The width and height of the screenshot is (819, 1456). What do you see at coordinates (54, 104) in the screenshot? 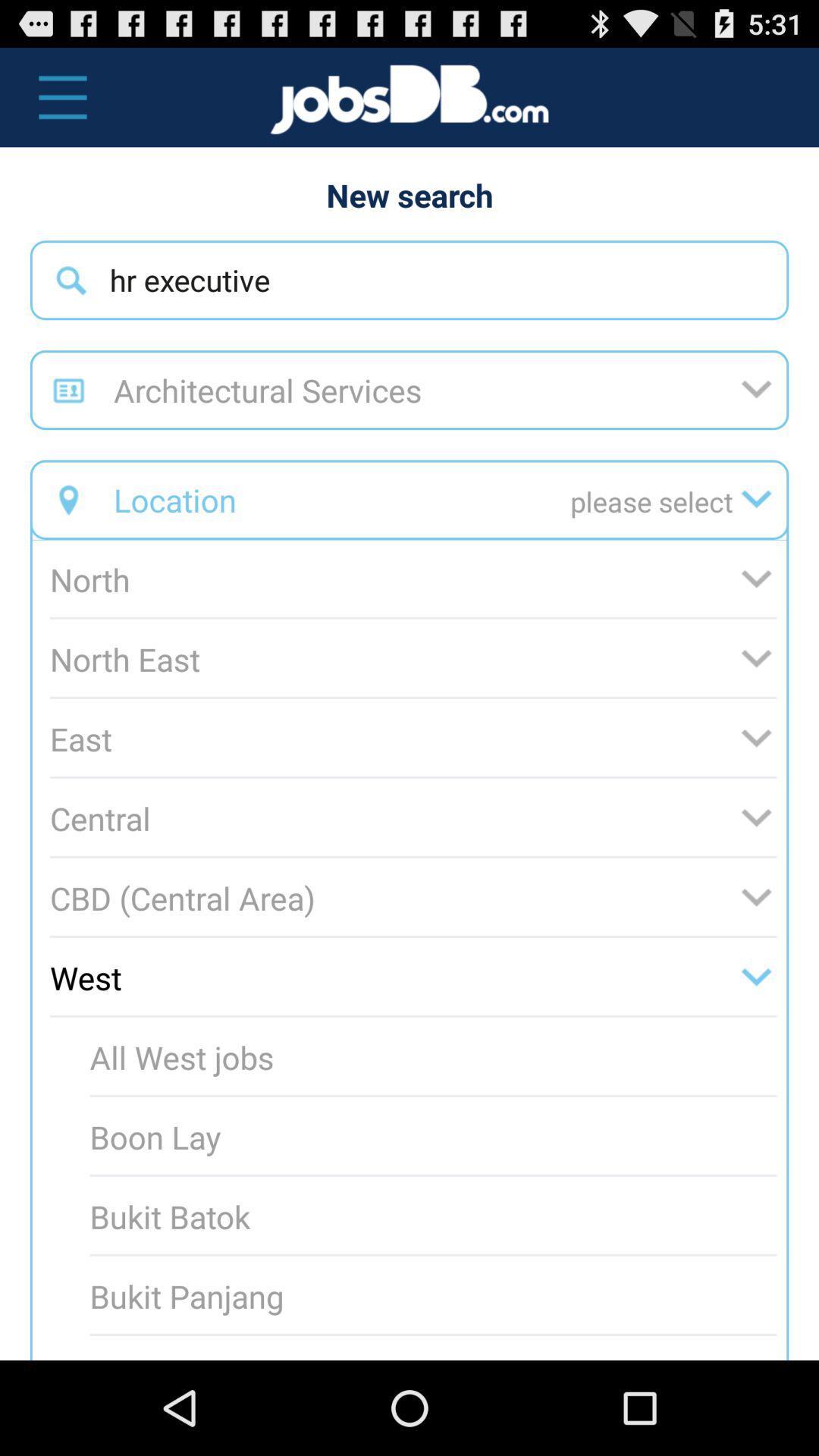
I see `the menu icon` at bounding box center [54, 104].